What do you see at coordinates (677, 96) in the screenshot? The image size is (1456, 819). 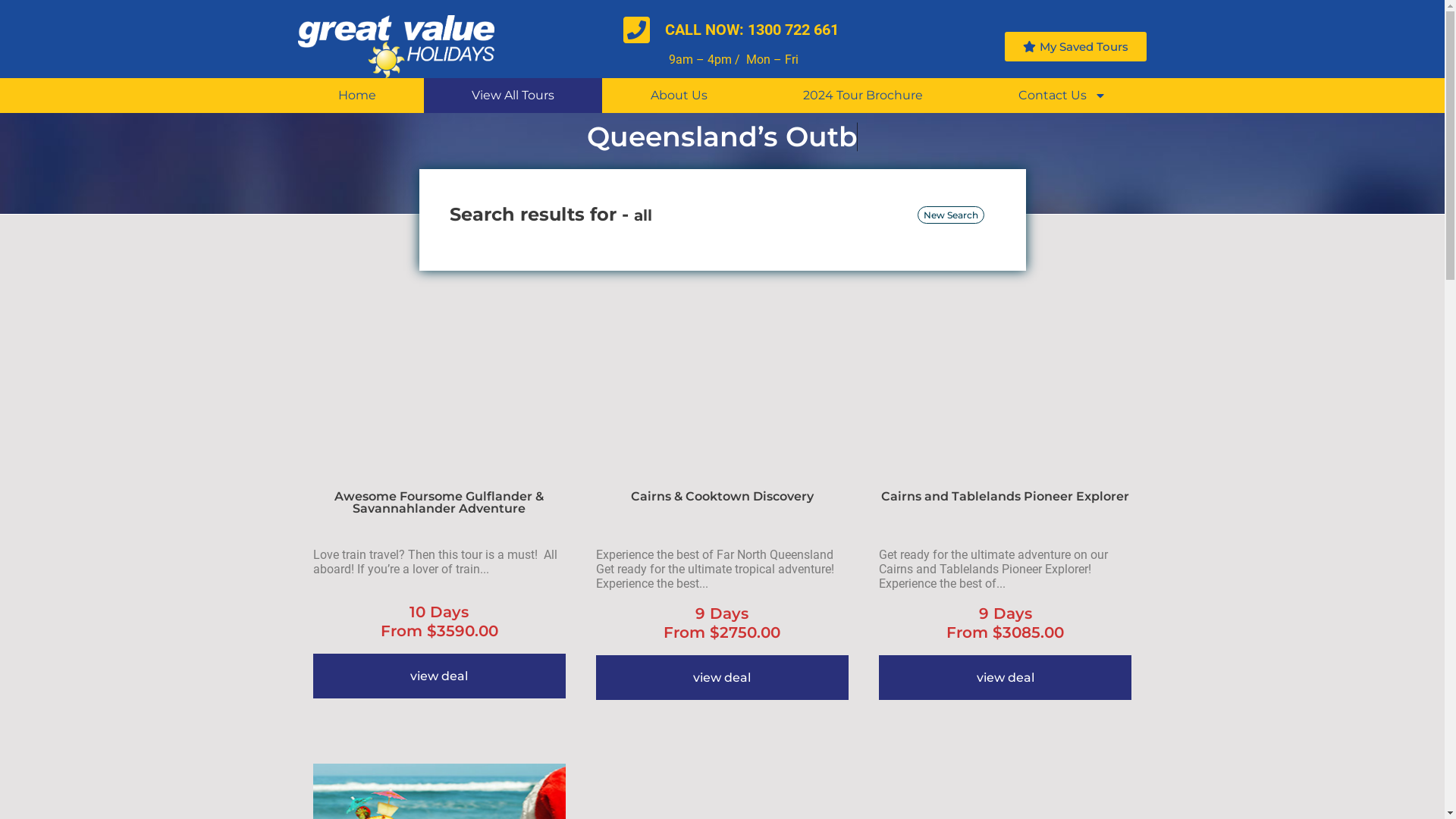 I see `'About Us'` at bounding box center [677, 96].